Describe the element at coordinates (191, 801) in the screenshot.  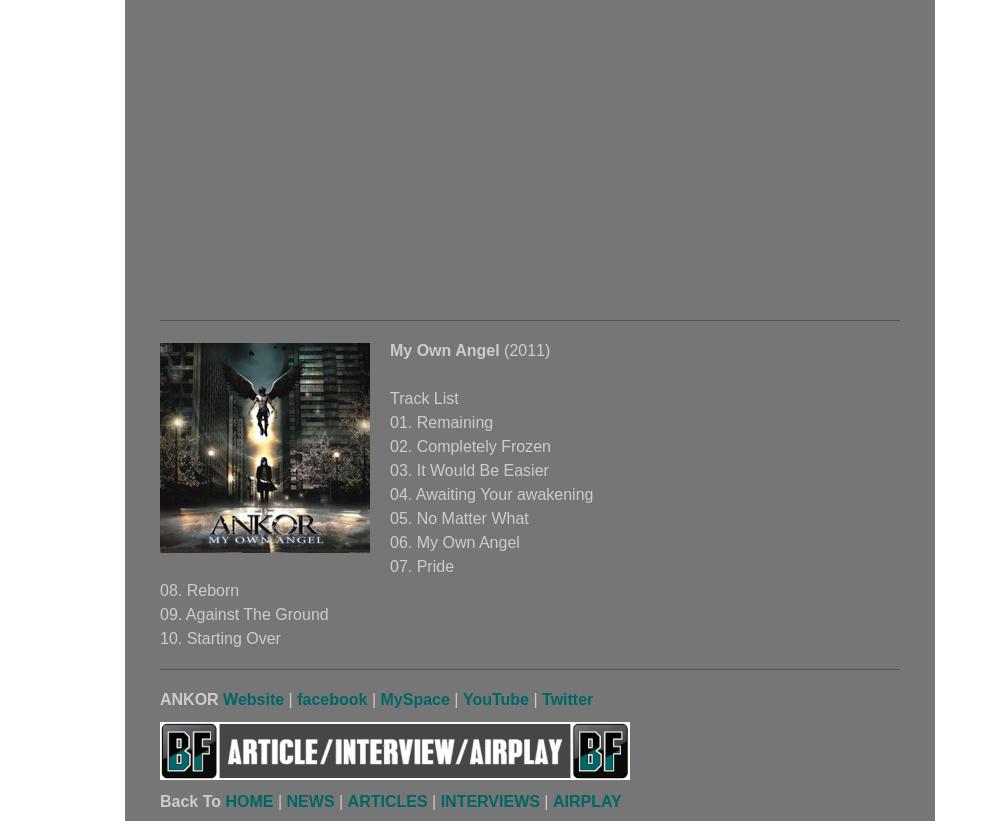
I see `'Back To'` at that location.